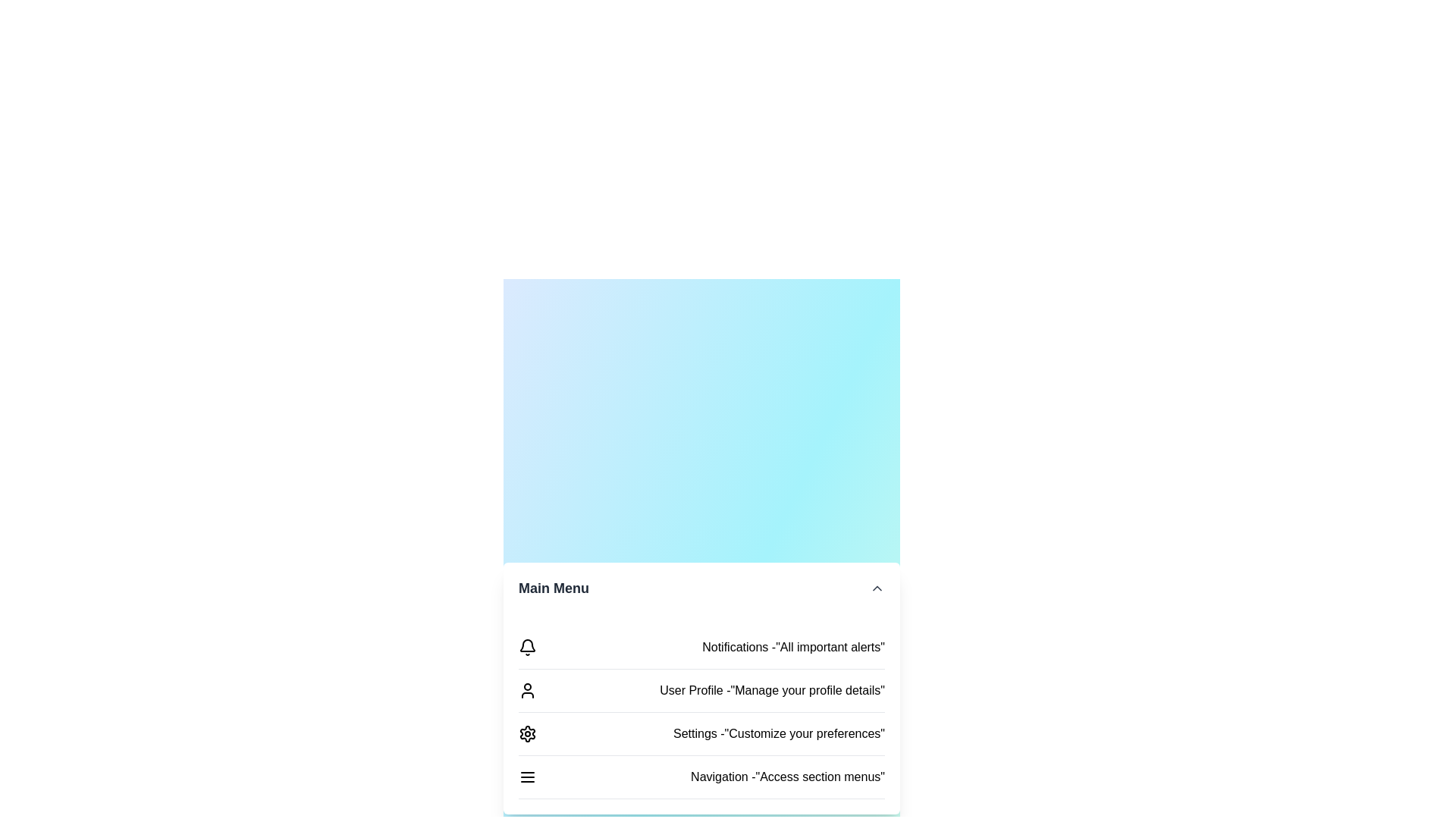  What do you see at coordinates (701, 648) in the screenshot?
I see `the menu item Notifications to interact with it` at bounding box center [701, 648].